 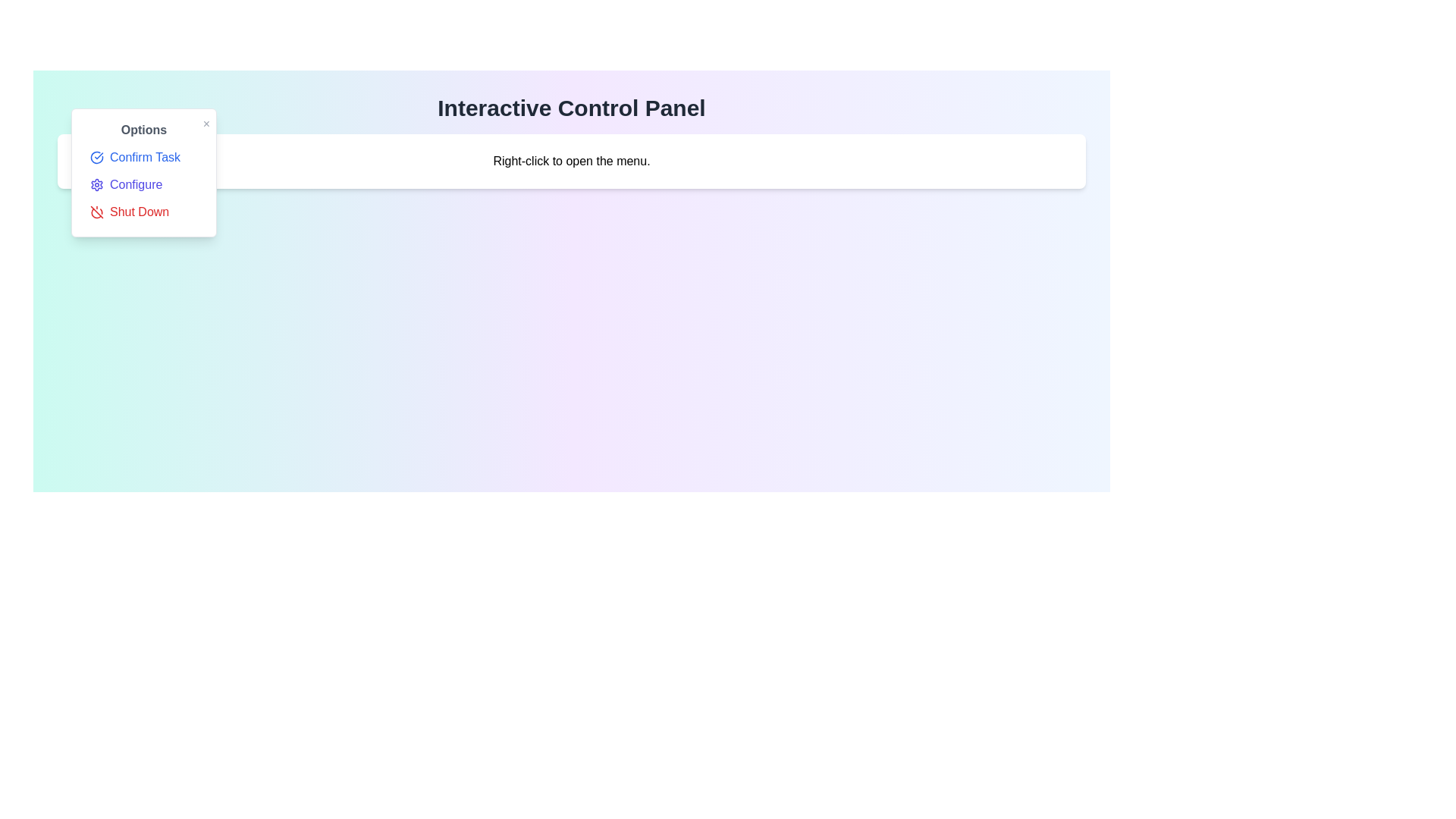 What do you see at coordinates (144, 184) in the screenshot?
I see `the 'Configure' option in the menu` at bounding box center [144, 184].